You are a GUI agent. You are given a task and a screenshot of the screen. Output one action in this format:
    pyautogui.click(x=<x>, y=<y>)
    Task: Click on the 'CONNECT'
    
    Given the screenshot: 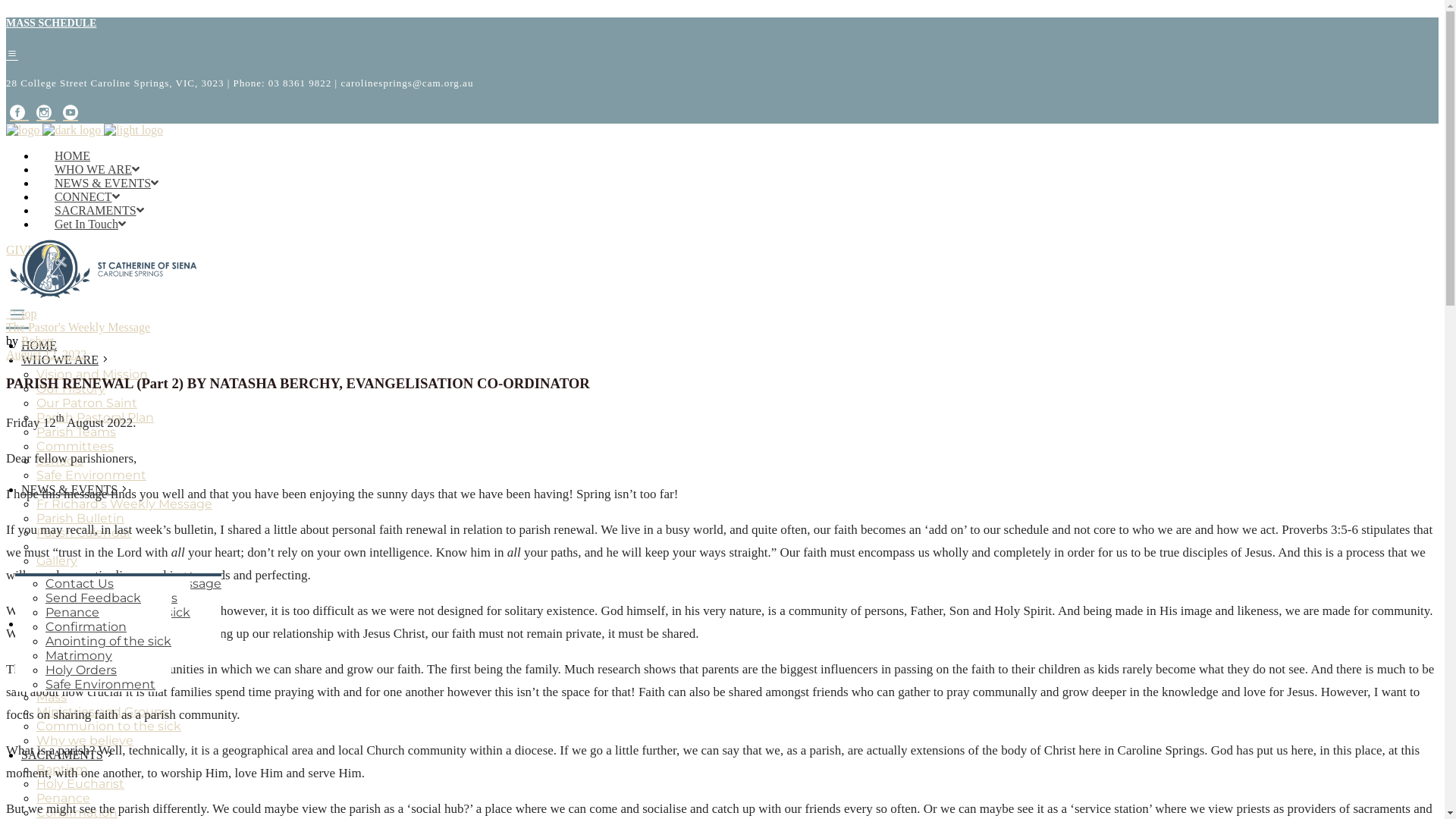 What is the action you would take?
    pyautogui.click(x=86, y=196)
    